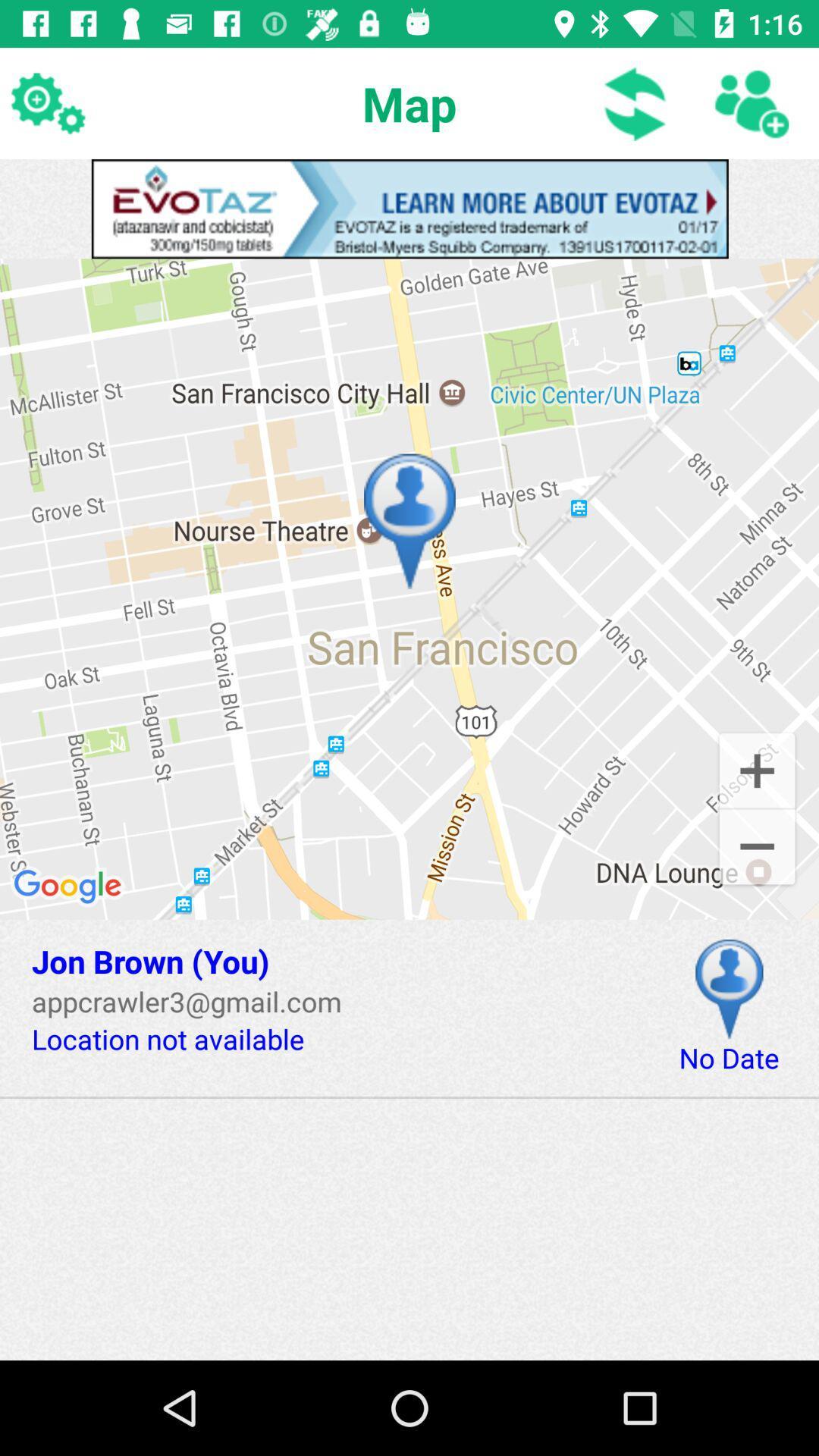 The image size is (819, 1456). I want to click on settings, so click(46, 102).